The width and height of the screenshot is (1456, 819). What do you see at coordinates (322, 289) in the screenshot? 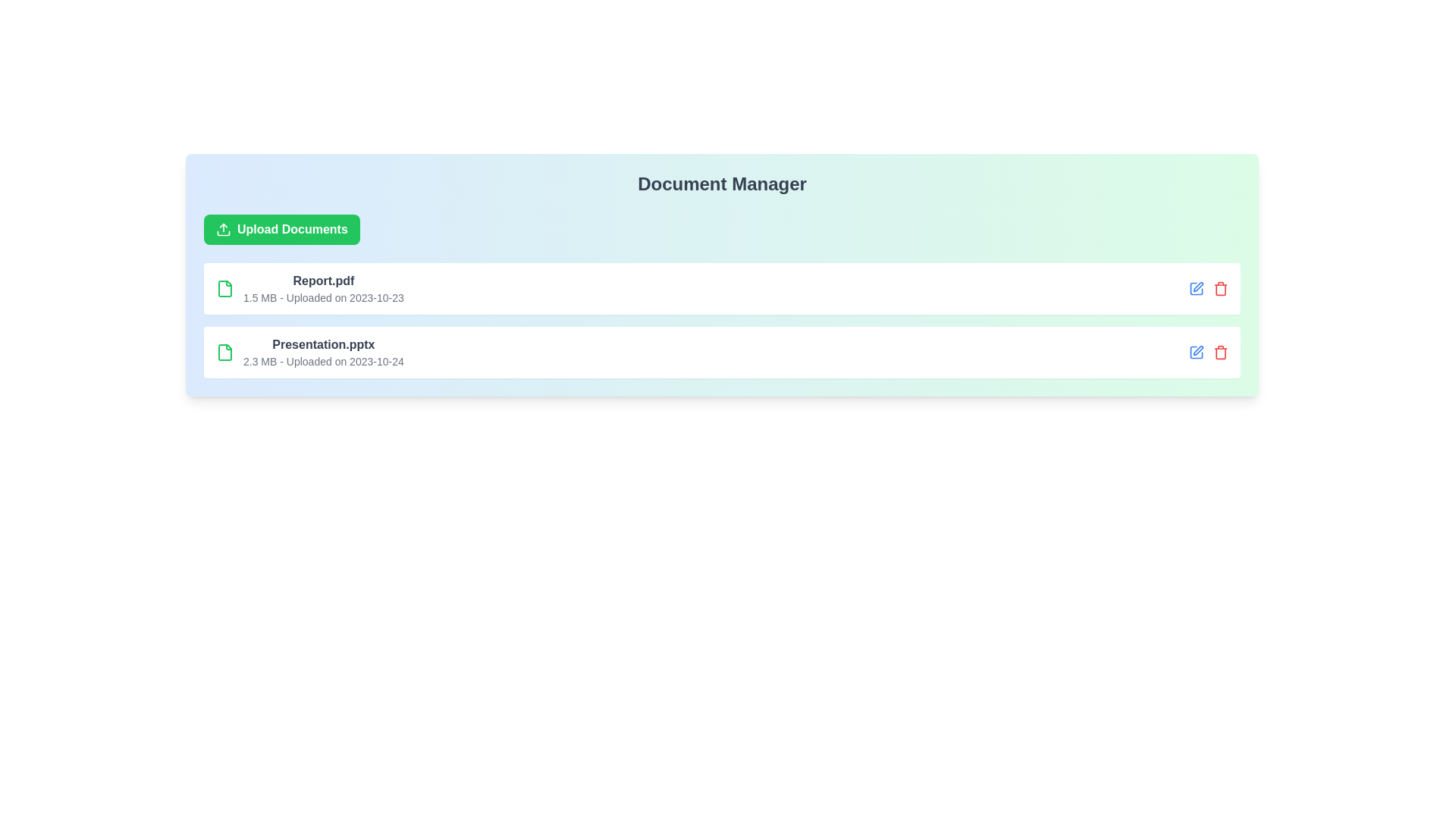
I see `the text label that displays information about an uploaded file, which is positioned to the right of a green document icon` at bounding box center [322, 289].